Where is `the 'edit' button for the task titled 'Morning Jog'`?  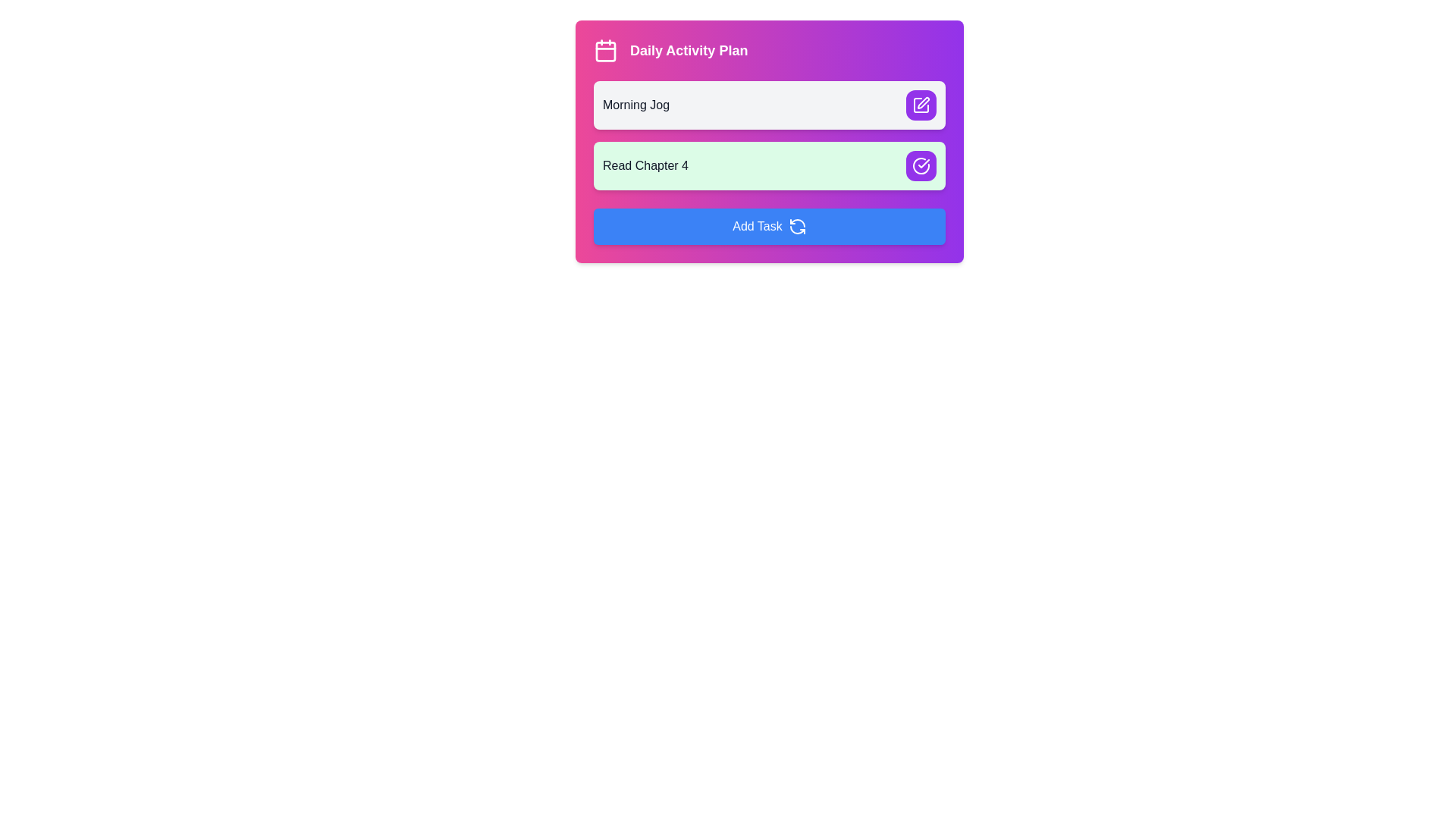 the 'edit' button for the task titled 'Morning Jog' is located at coordinates (920, 104).